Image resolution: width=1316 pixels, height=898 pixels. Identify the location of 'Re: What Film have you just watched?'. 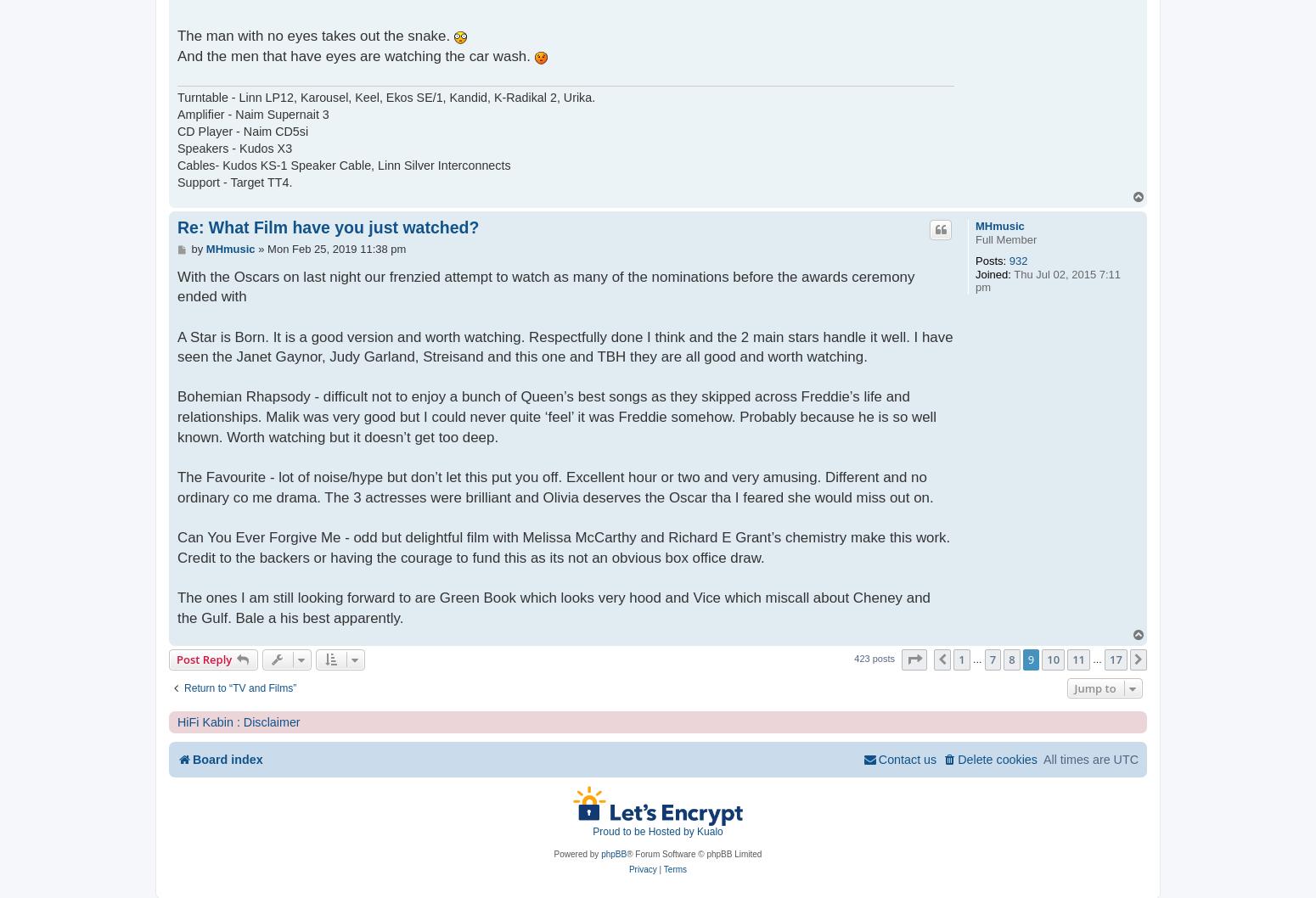
(327, 226).